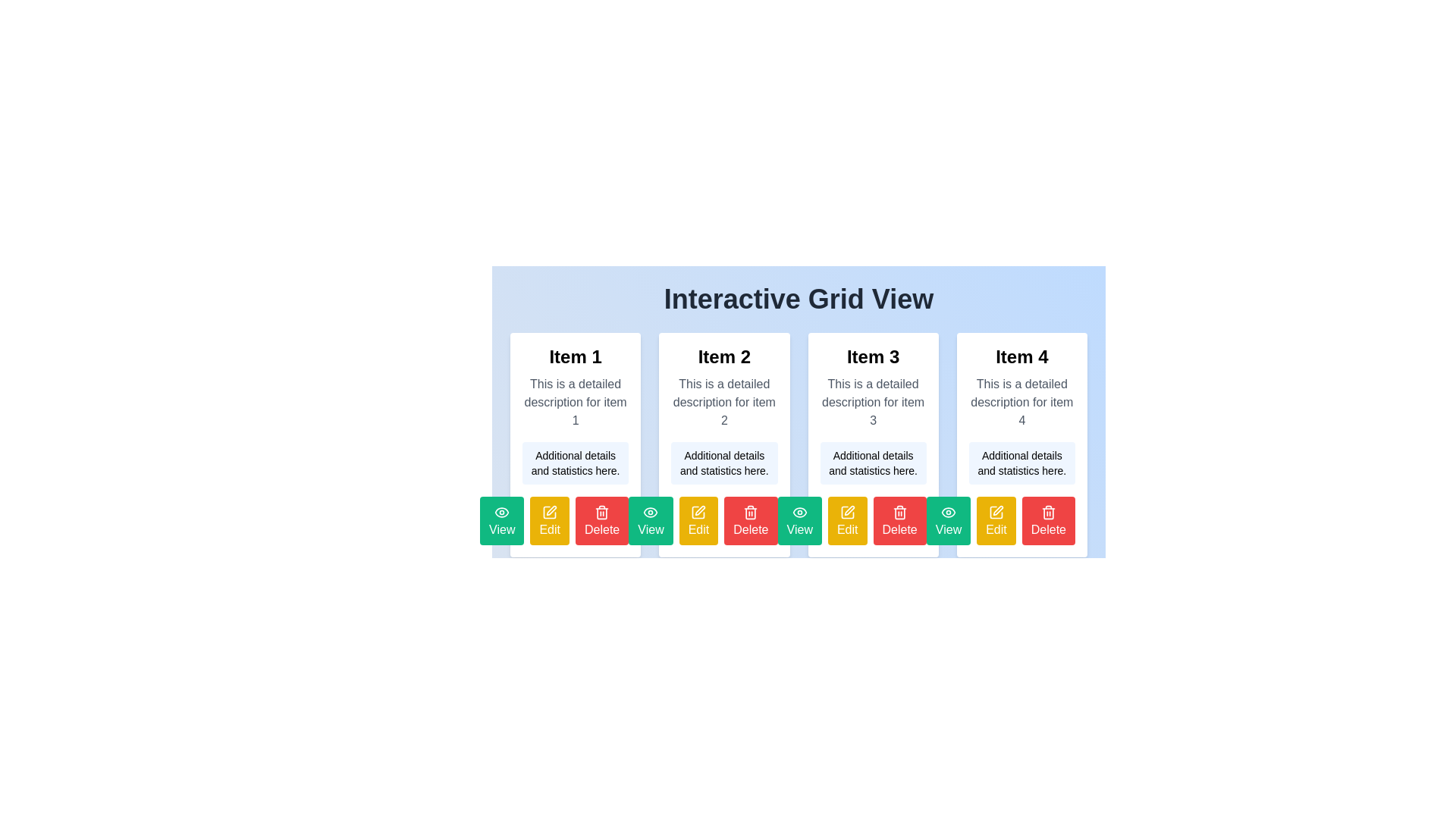 This screenshot has height=819, width=1456. I want to click on the red 'Delete' button with white text and a trashcan icon, located at the bottom-right of the card labeled 'Item 2', so click(723, 519).